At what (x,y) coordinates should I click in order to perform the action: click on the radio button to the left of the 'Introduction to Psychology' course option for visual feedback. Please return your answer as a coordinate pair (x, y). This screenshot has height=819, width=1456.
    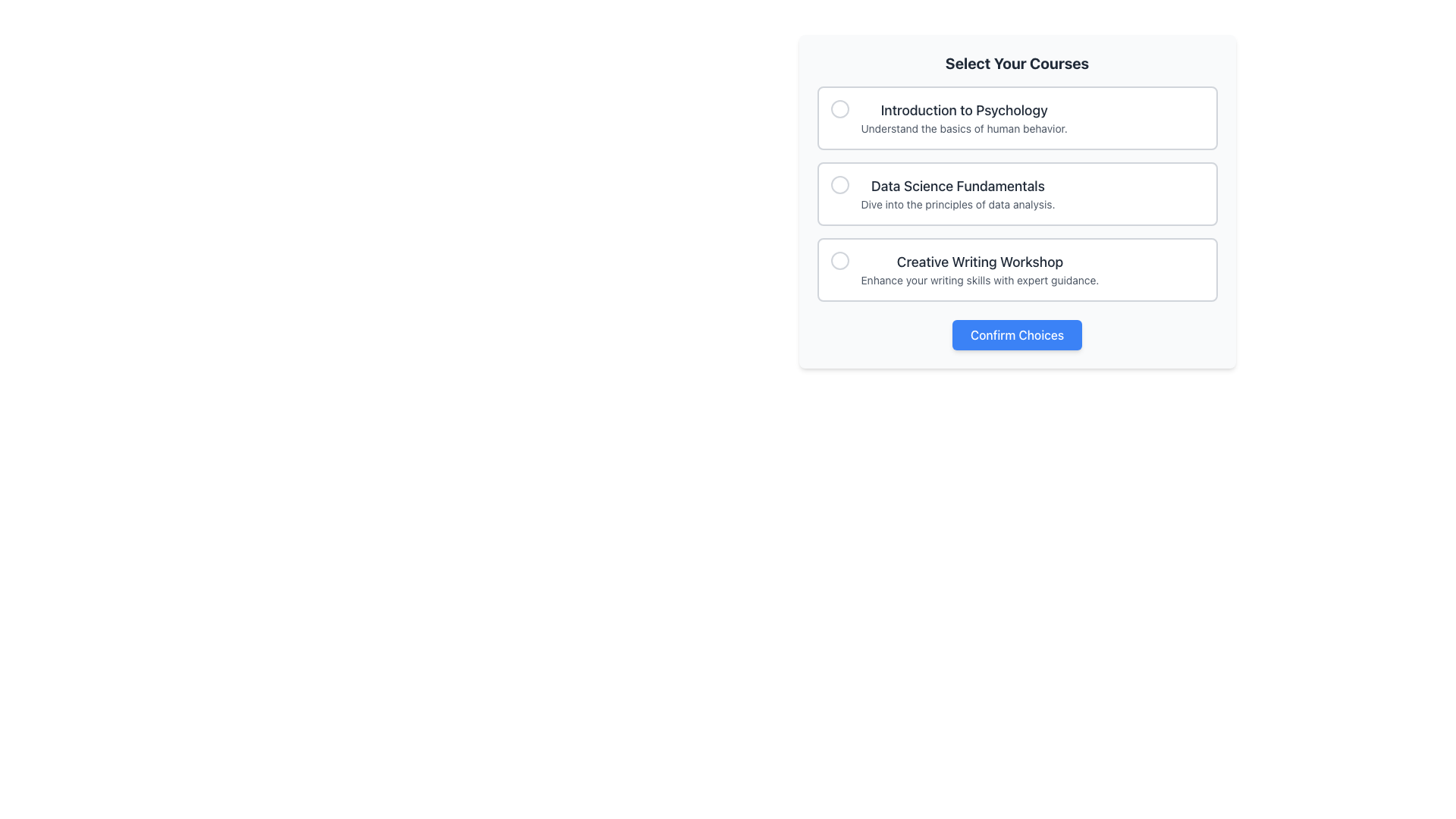
    Looking at the image, I should click on (839, 108).